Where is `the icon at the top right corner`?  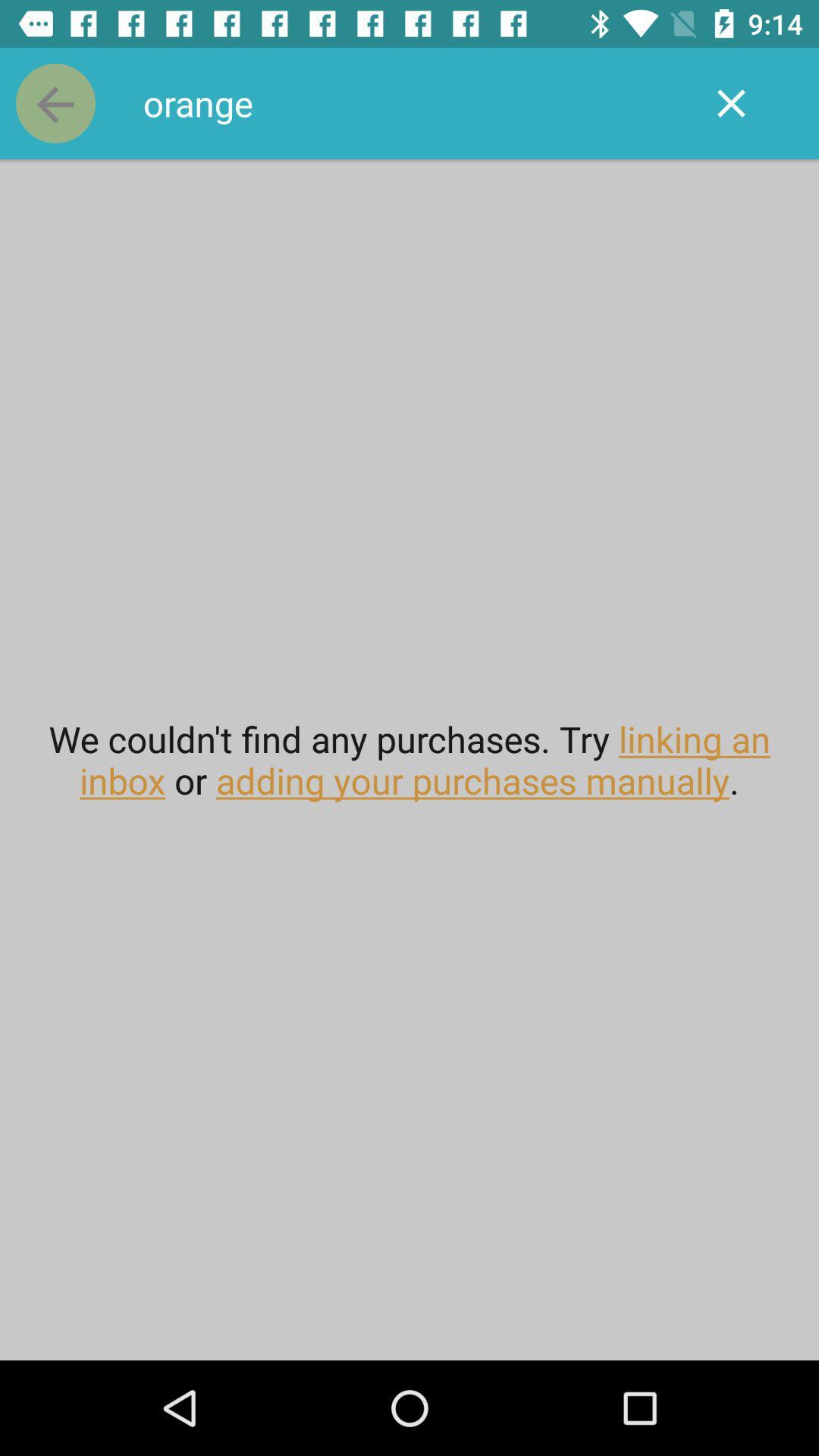
the icon at the top right corner is located at coordinates (730, 102).